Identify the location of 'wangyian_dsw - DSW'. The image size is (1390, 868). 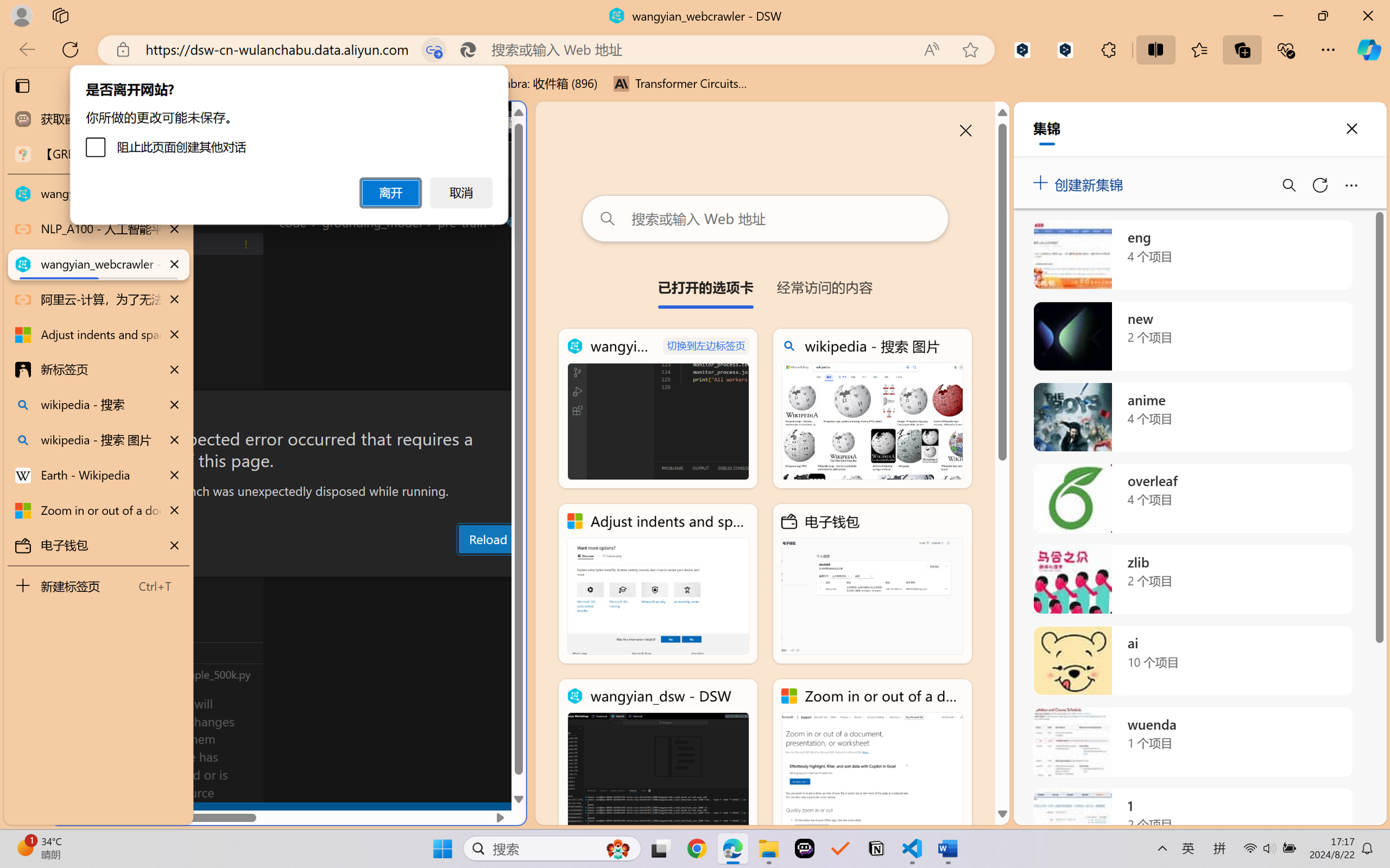
(658, 758).